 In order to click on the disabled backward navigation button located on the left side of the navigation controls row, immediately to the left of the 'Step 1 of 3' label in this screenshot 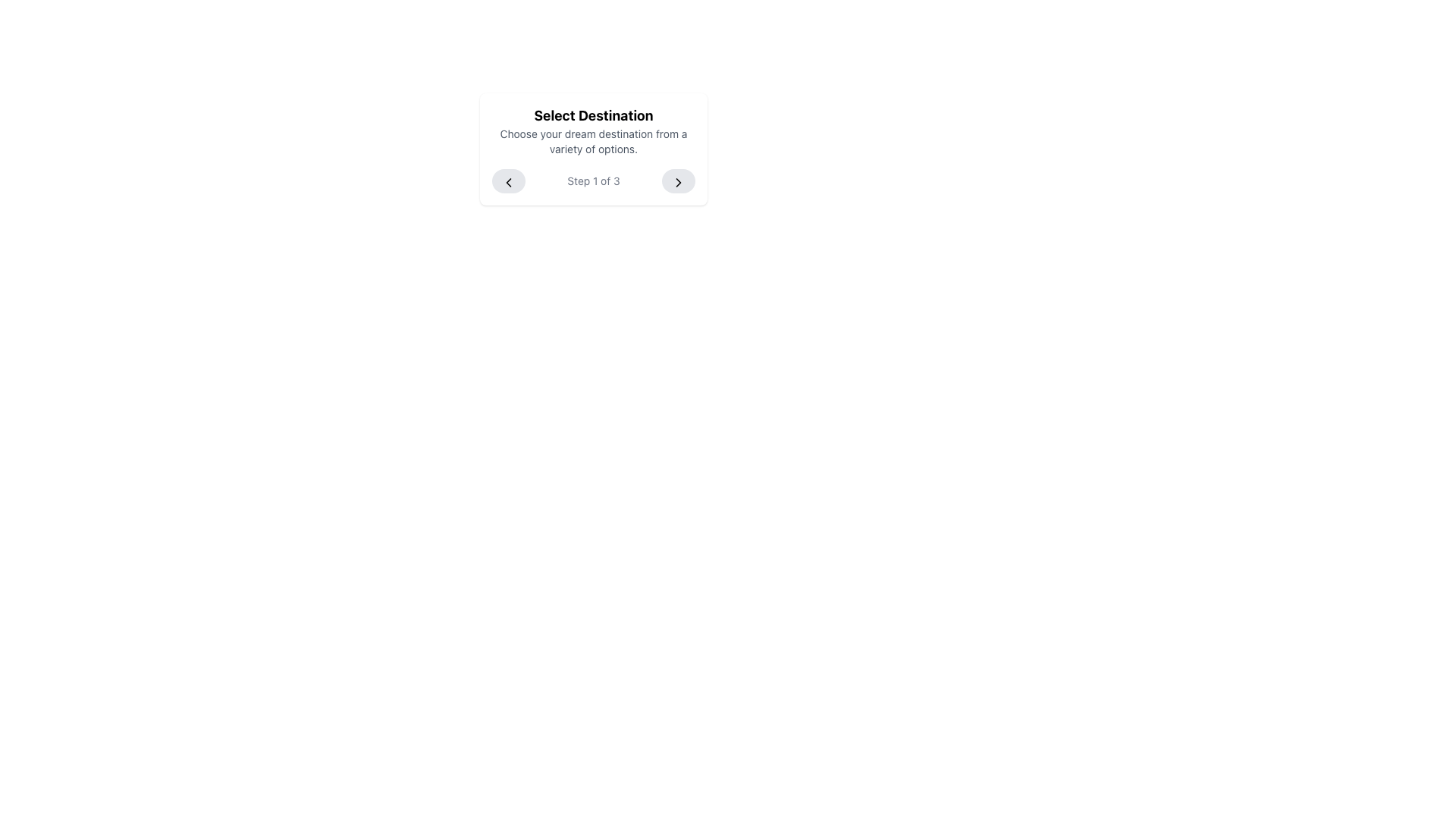, I will do `click(509, 180)`.